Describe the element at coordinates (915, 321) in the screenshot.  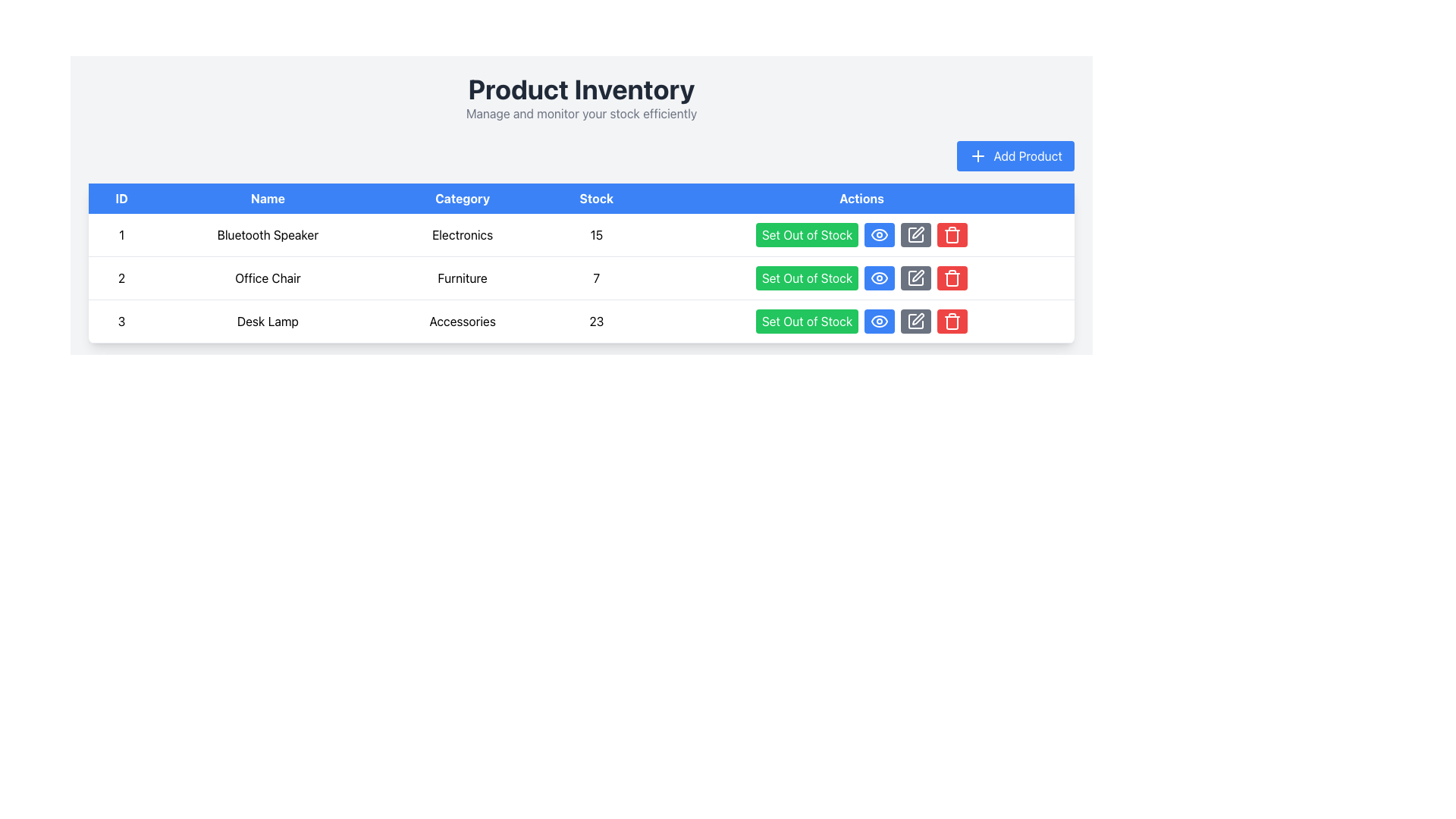
I see `the gray button with a white pen icon located in the 'Actions' column, third row of the table` at that location.